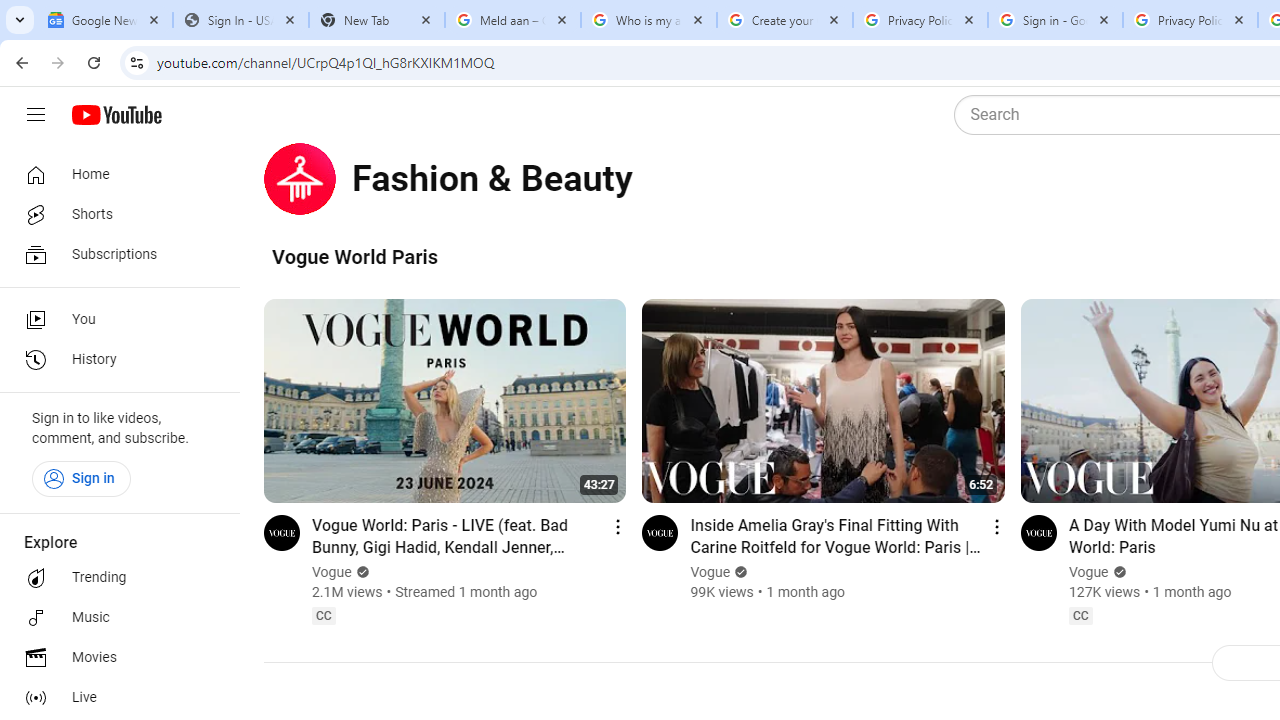 The height and width of the screenshot is (720, 1280). What do you see at coordinates (112, 360) in the screenshot?
I see `'History'` at bounding box center [112, 360].